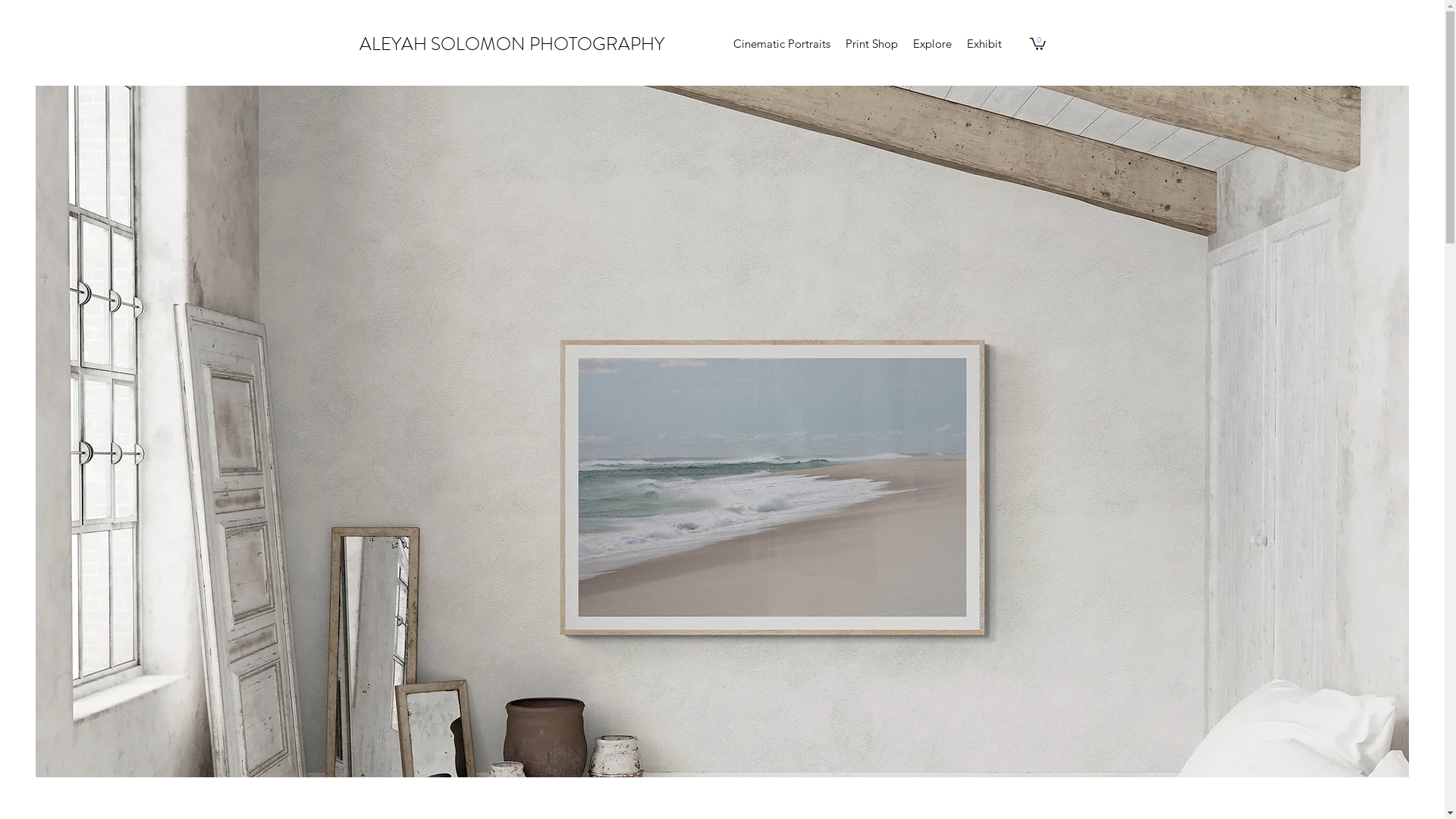 The height and width of the screenshot is (819, 1456). I want to click on 'Exhibit', so click(984, 42).